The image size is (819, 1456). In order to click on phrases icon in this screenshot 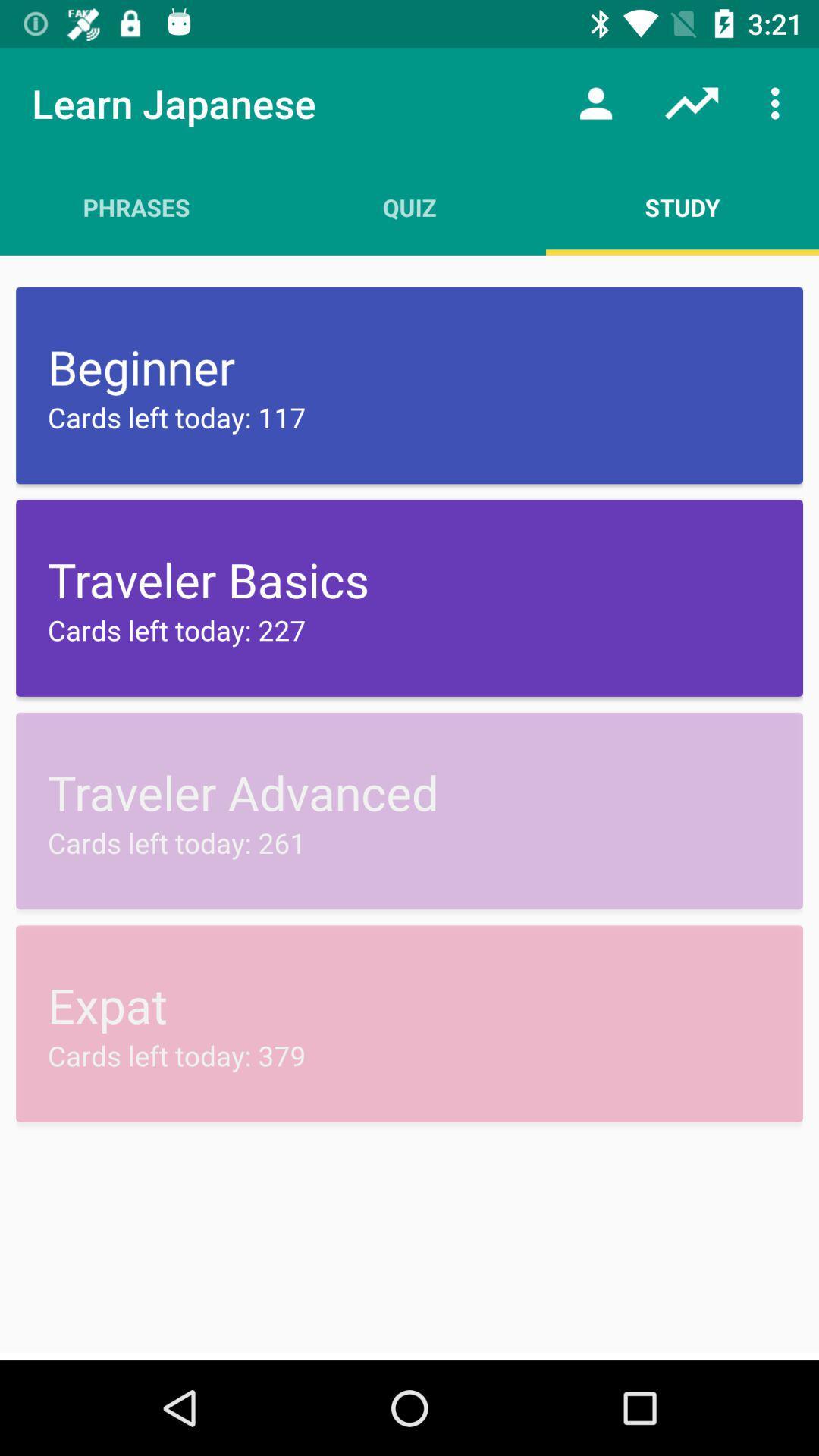, I will do `click(136, 206)`.